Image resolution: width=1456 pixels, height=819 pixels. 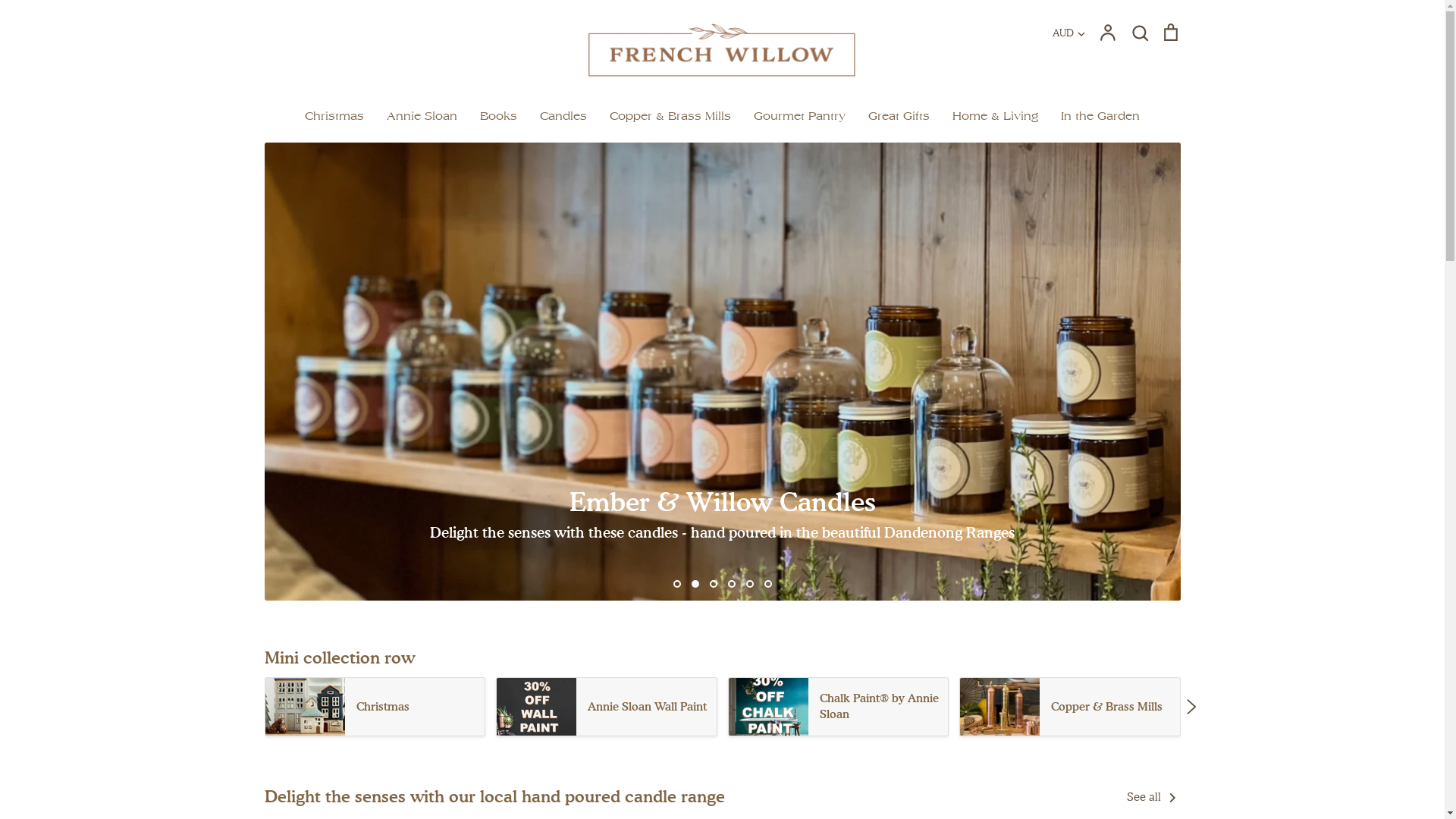 What do you see at coordinates (1139, 32) in the screenshot?
I see `'Search'` at bounding box center [1139, 32].